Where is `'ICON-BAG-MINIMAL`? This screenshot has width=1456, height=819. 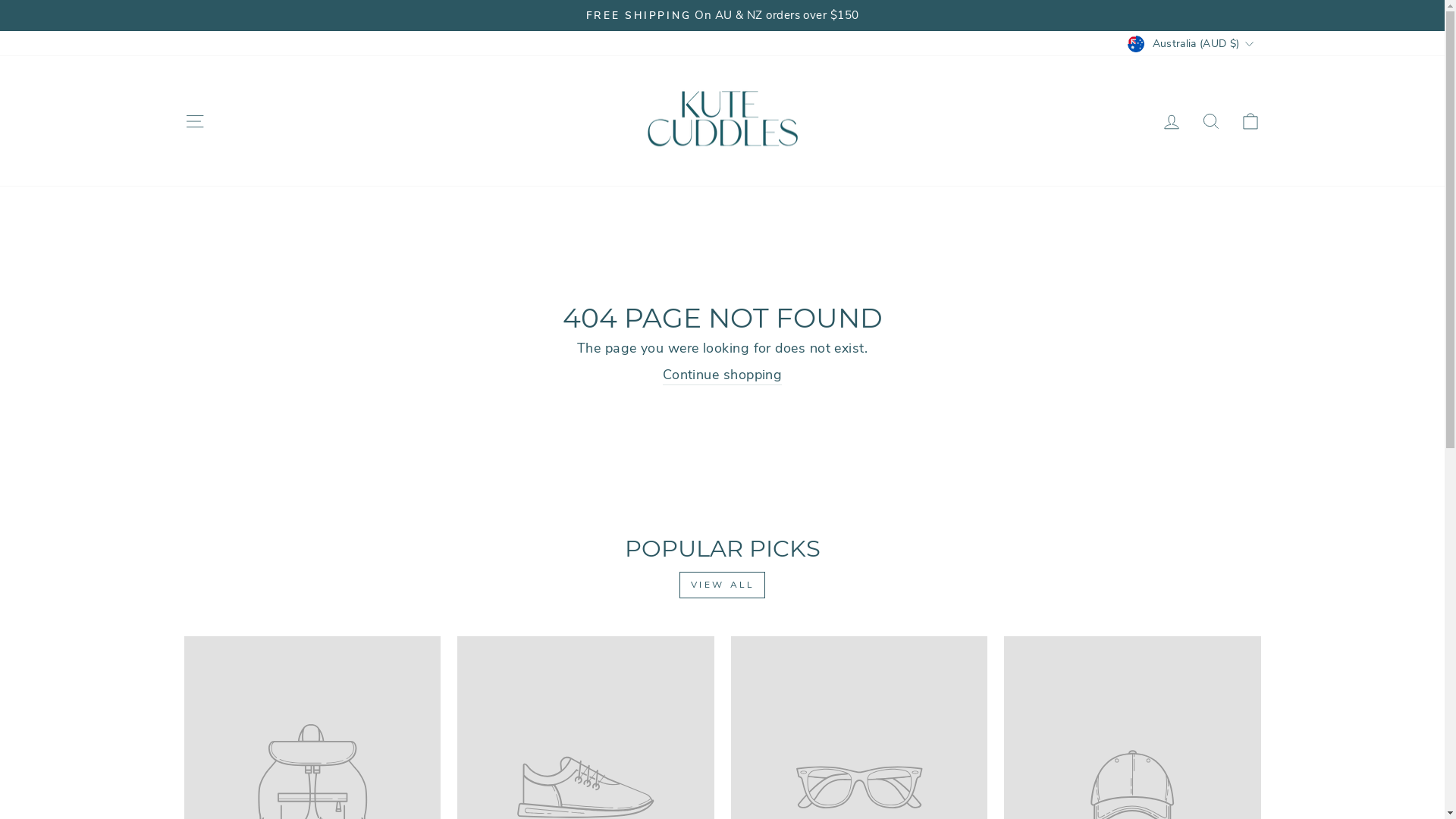 'ICON-BAG-MINIMAL is located at coordinates (1249, 120).